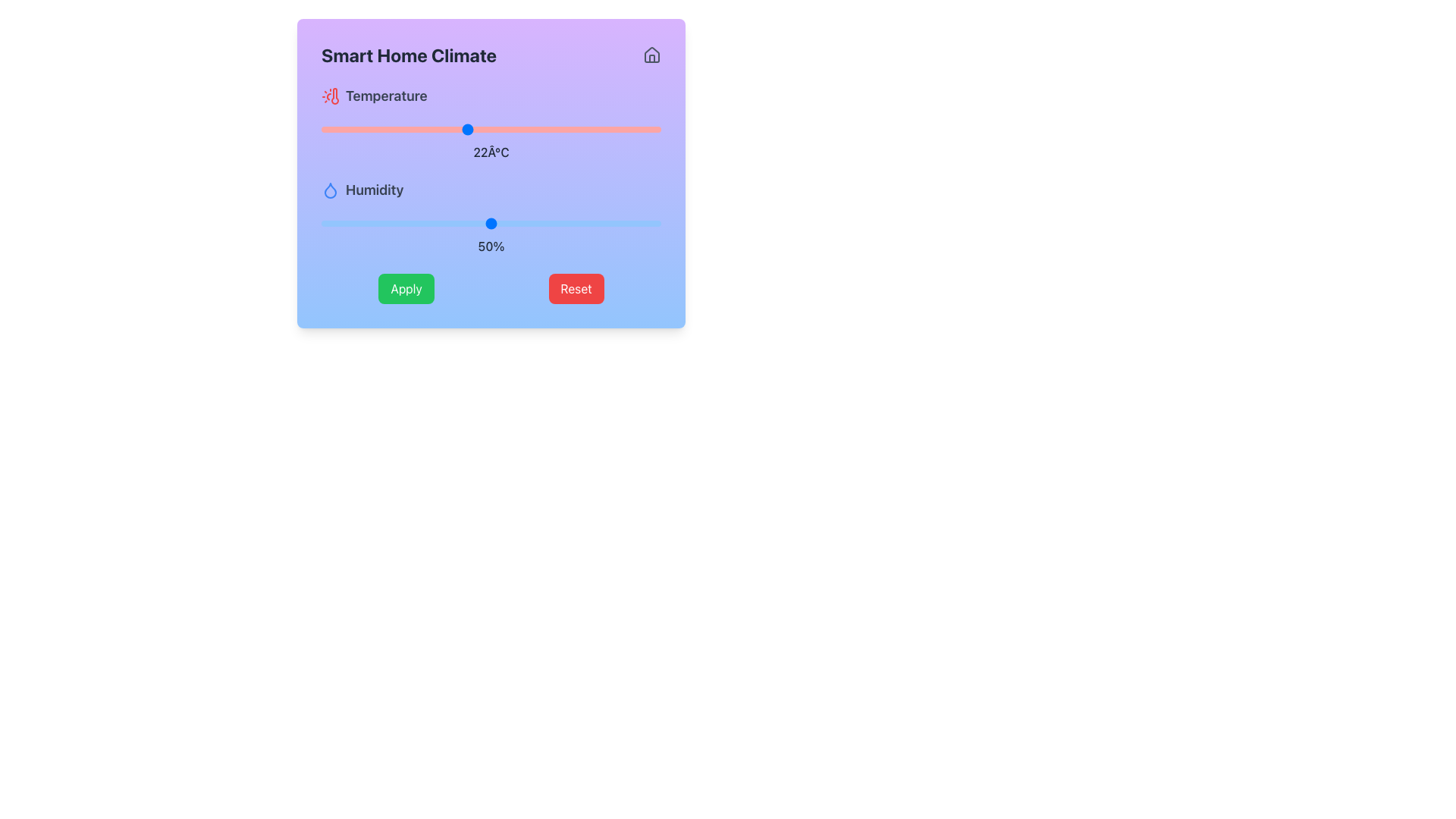  I want to click on the Slider control for temperature adjustment, which features a red background track and a blue circular thumb positioned near the left side, so click(491, 122).